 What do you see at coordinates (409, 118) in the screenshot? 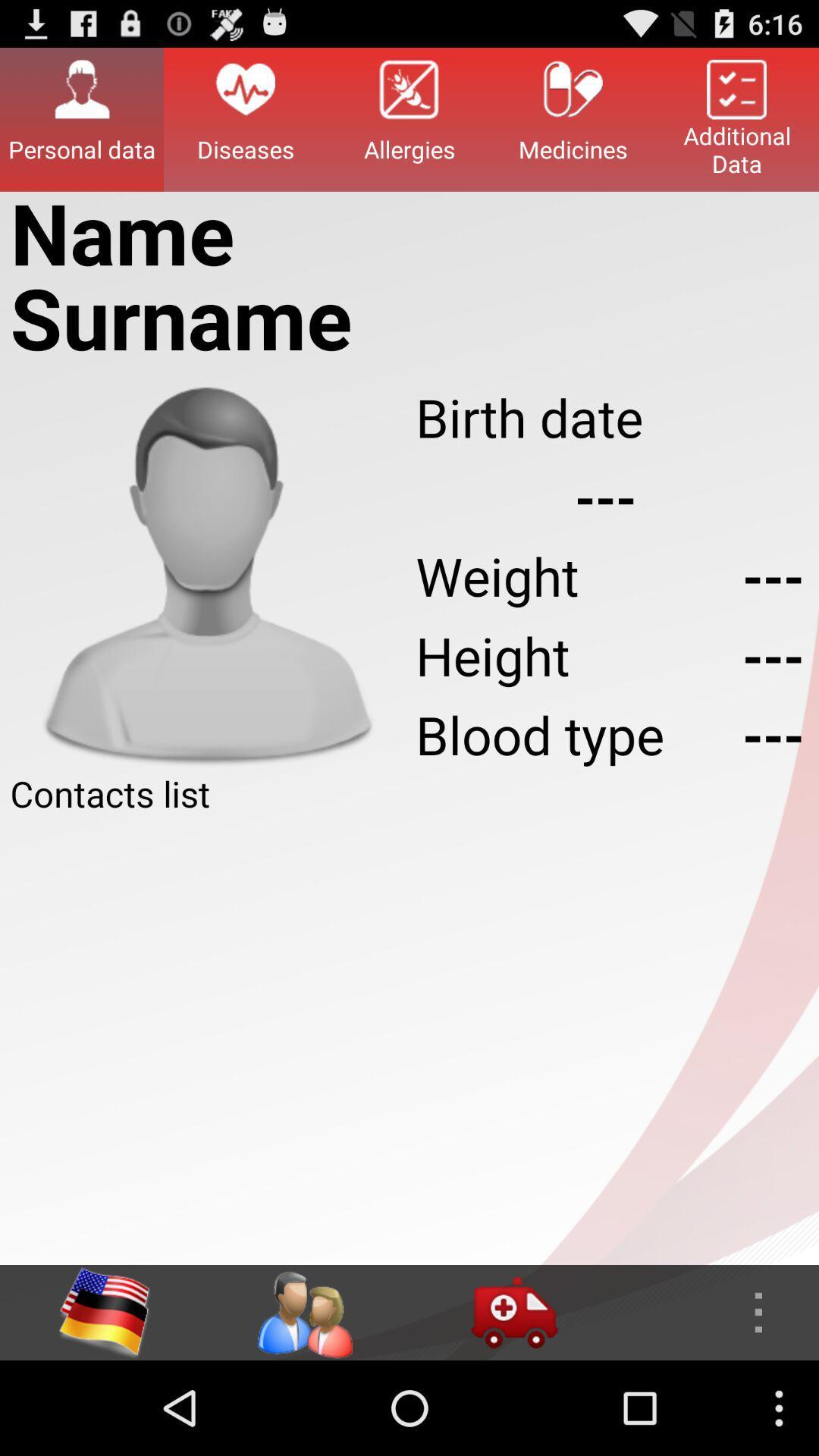
I see `the icon at the top` at bounding box center [409, 118].